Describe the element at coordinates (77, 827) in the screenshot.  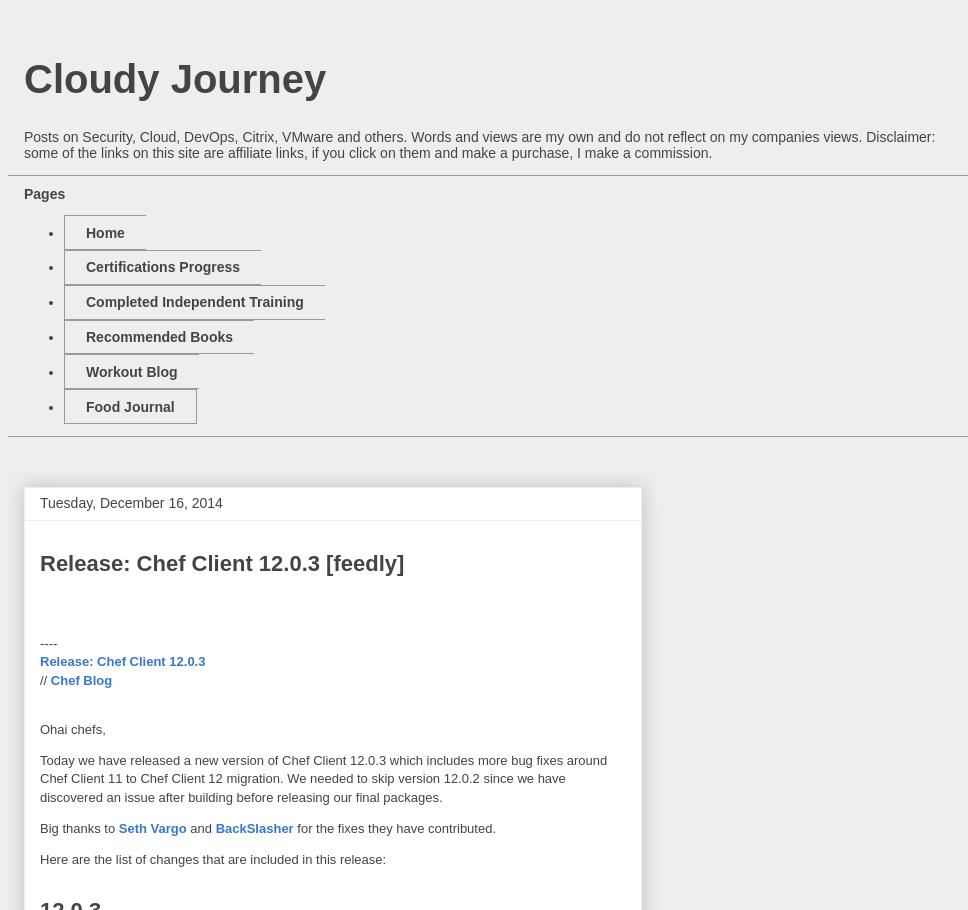
I see `'Big thanks to'` at that location.